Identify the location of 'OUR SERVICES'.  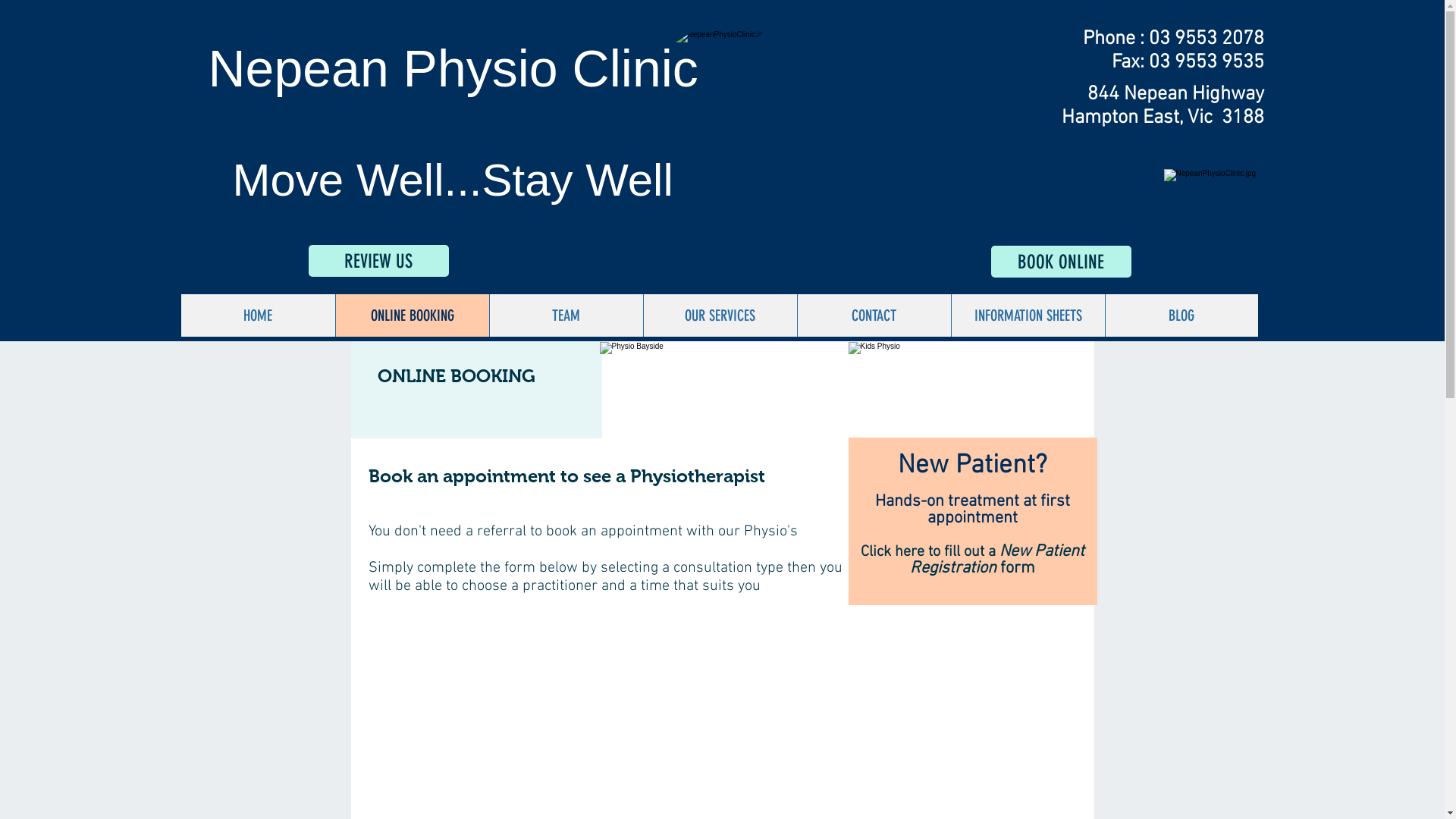
(643, 315).